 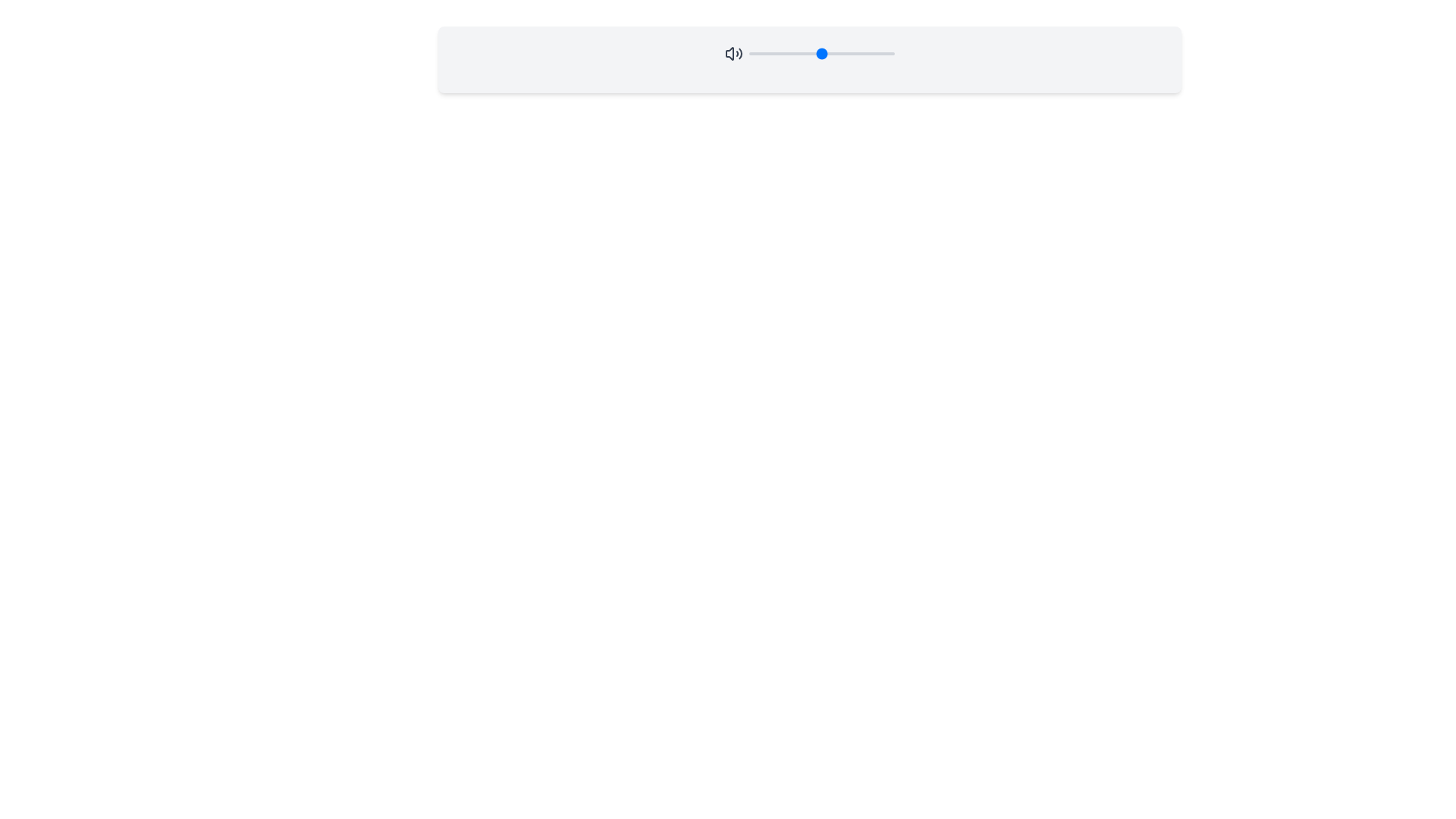 What do you see at coordinates (802, 52) in the screenshot?
I see `volume level` at bounding box center [802, 52].